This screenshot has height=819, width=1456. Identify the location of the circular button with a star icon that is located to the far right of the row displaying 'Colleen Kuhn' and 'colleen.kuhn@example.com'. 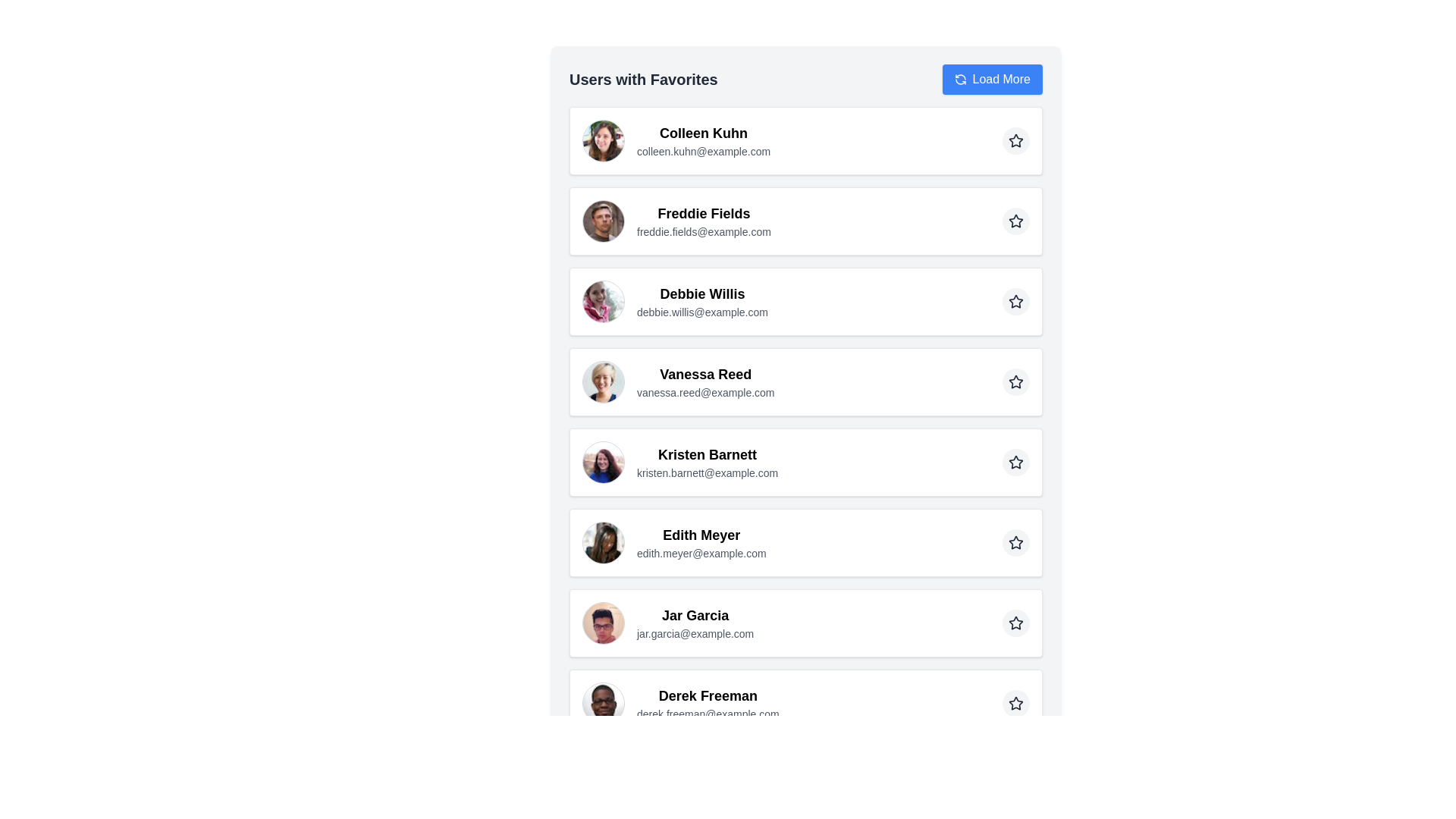
(1015, 140).